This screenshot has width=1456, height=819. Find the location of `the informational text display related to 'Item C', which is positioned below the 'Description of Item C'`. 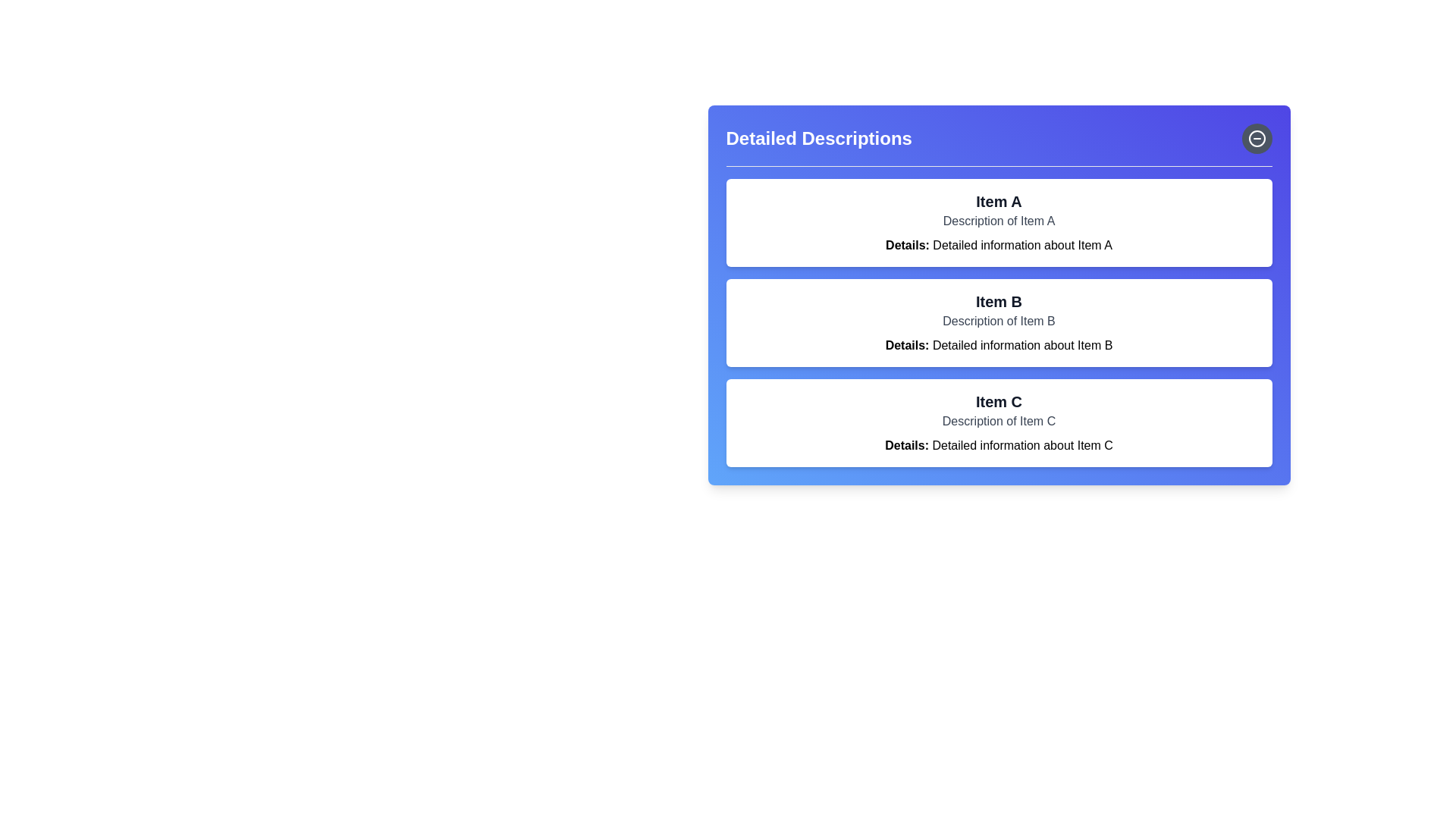

the informational text display related to 'Item C', which is positioned below the 'Description of Item C' is located at coordinates (999, 444).